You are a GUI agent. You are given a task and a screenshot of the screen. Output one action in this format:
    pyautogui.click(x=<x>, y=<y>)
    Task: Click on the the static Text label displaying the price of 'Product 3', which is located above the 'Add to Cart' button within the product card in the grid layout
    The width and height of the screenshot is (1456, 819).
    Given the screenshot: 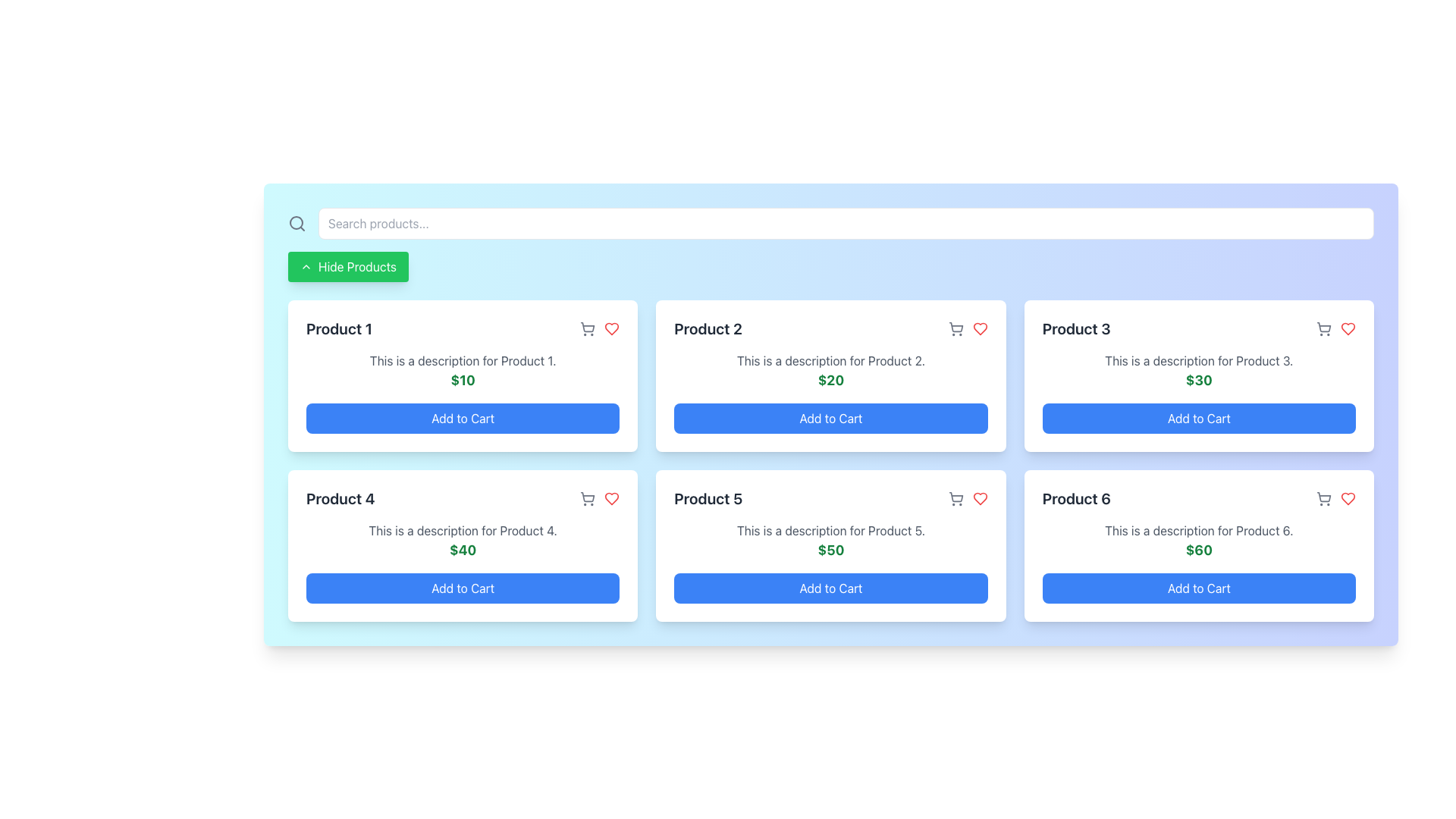 What is the action you would take?
    pyautogui.click(x=1198, y=379)
    